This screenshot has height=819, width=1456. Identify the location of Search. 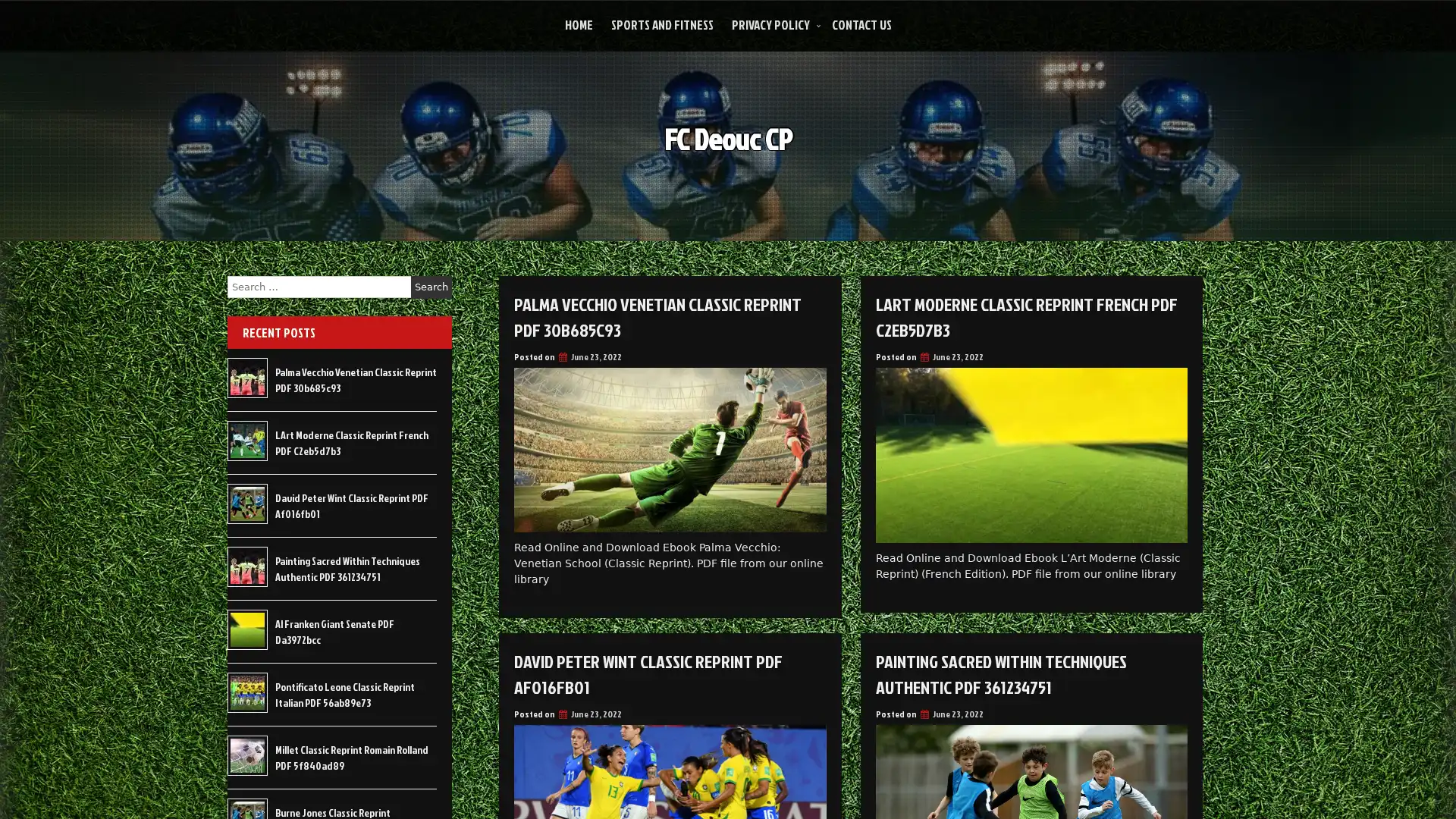
(431, 287).